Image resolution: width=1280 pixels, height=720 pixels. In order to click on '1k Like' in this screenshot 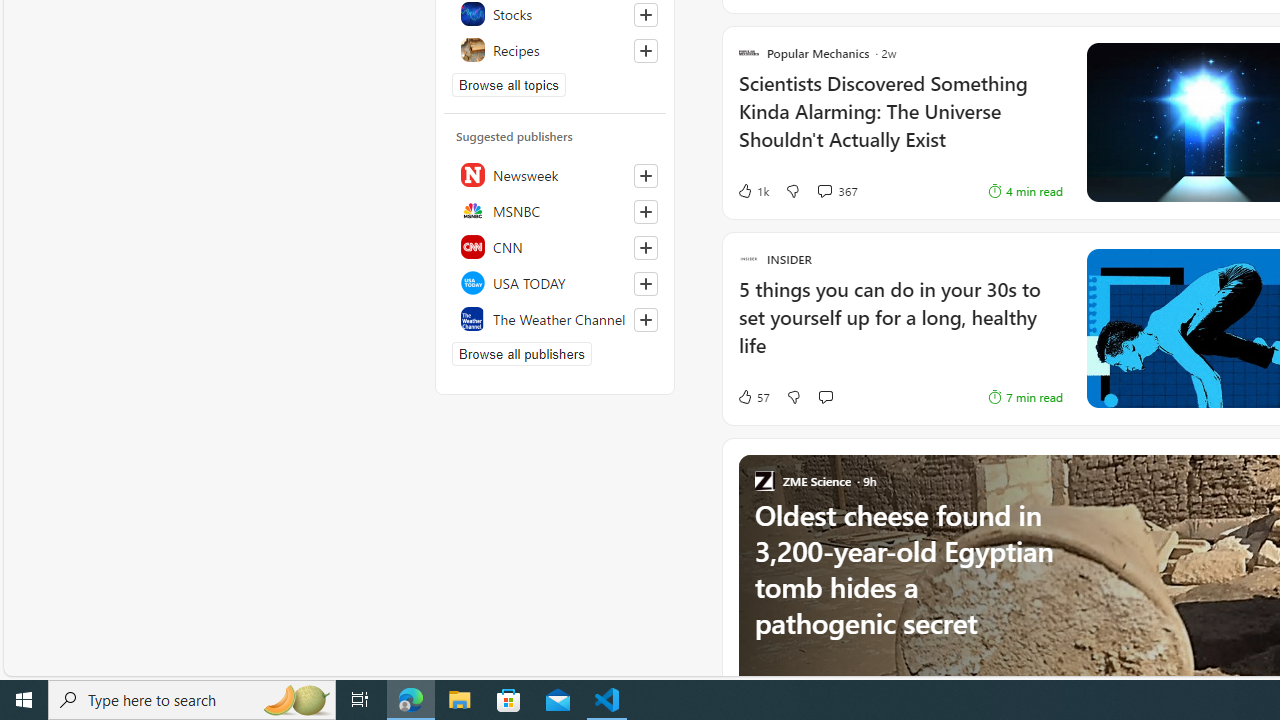, I will do `click(751, 191)`.